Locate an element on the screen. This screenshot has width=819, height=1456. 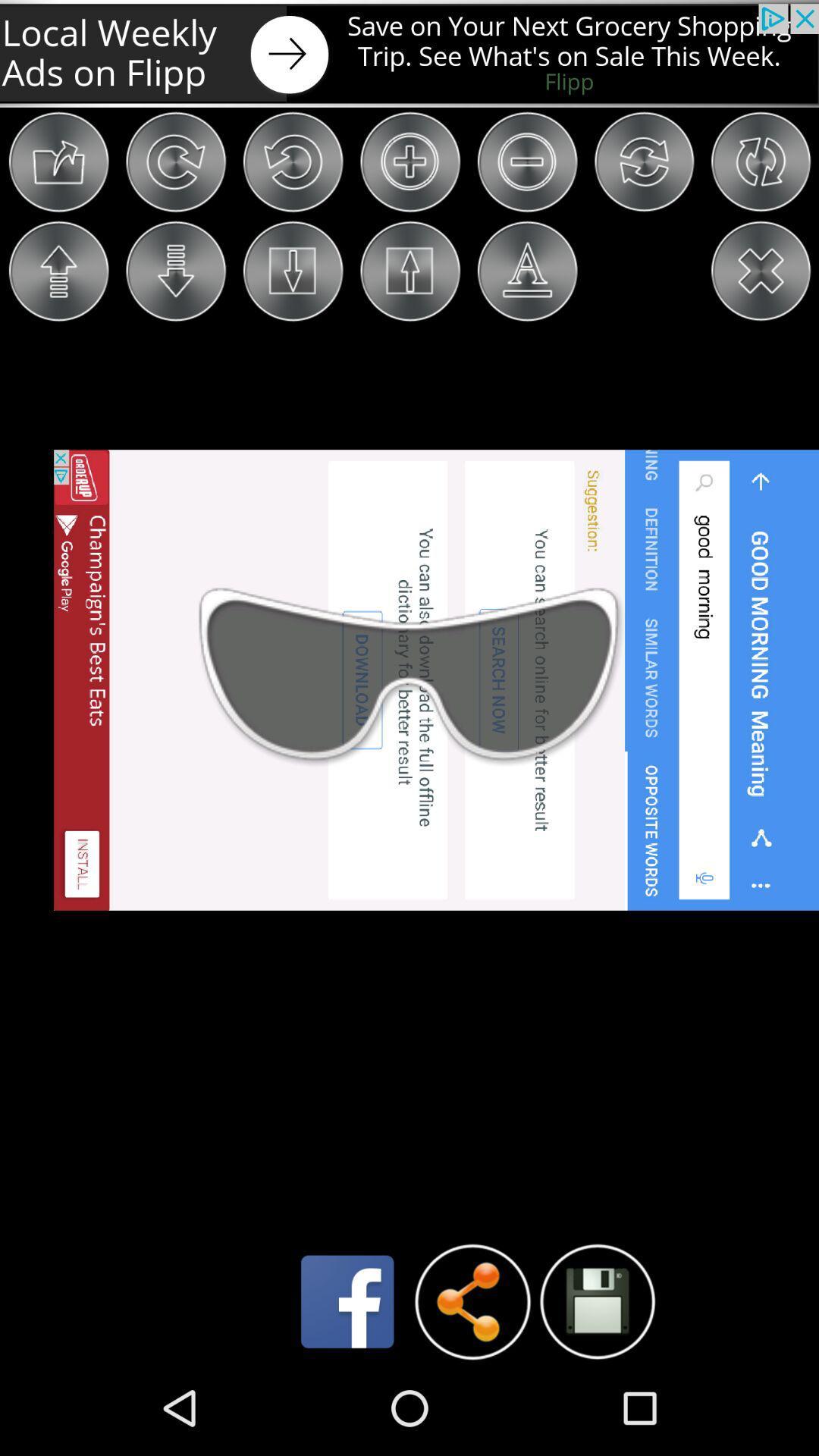
the save icon is located at coordinates (596, 1392).